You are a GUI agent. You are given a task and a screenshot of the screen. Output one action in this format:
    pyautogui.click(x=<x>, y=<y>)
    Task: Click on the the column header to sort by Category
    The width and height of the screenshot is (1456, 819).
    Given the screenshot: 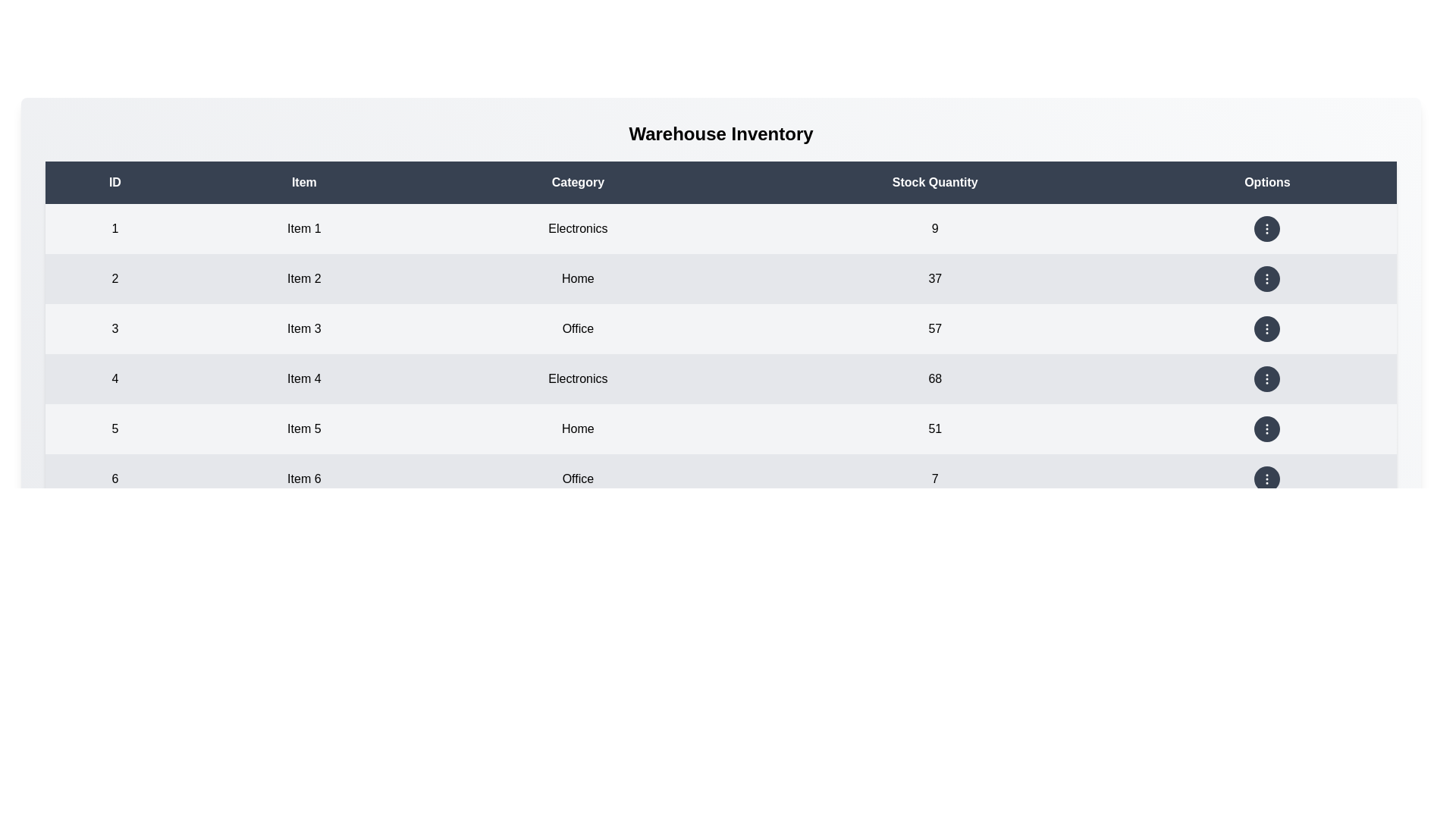 What is the action you would take?
    pyautogui.click(x=577, y=181)
    